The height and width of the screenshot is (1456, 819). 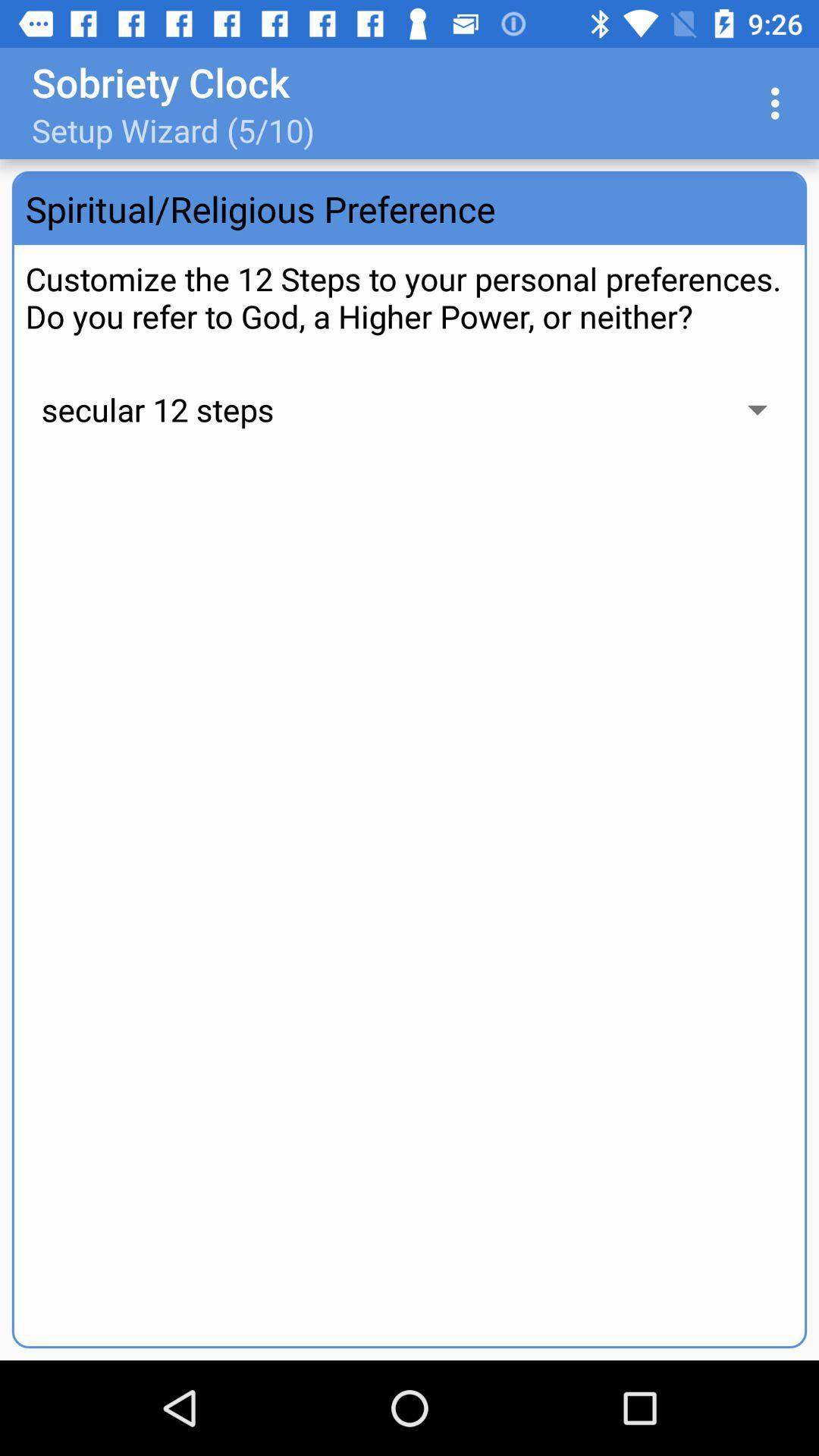 I want to click on app next to setup wizard 5 icon, so click(x=779, y=102).